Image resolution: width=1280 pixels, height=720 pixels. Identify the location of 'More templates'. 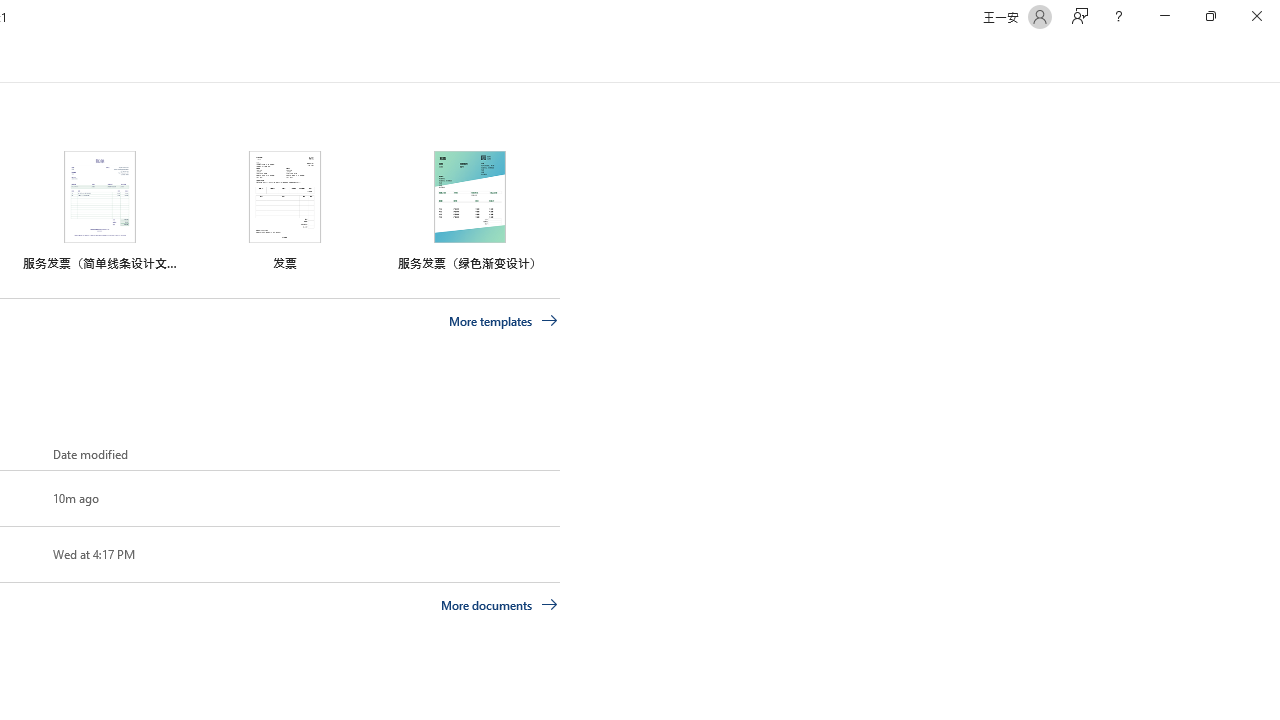
(503, 320).